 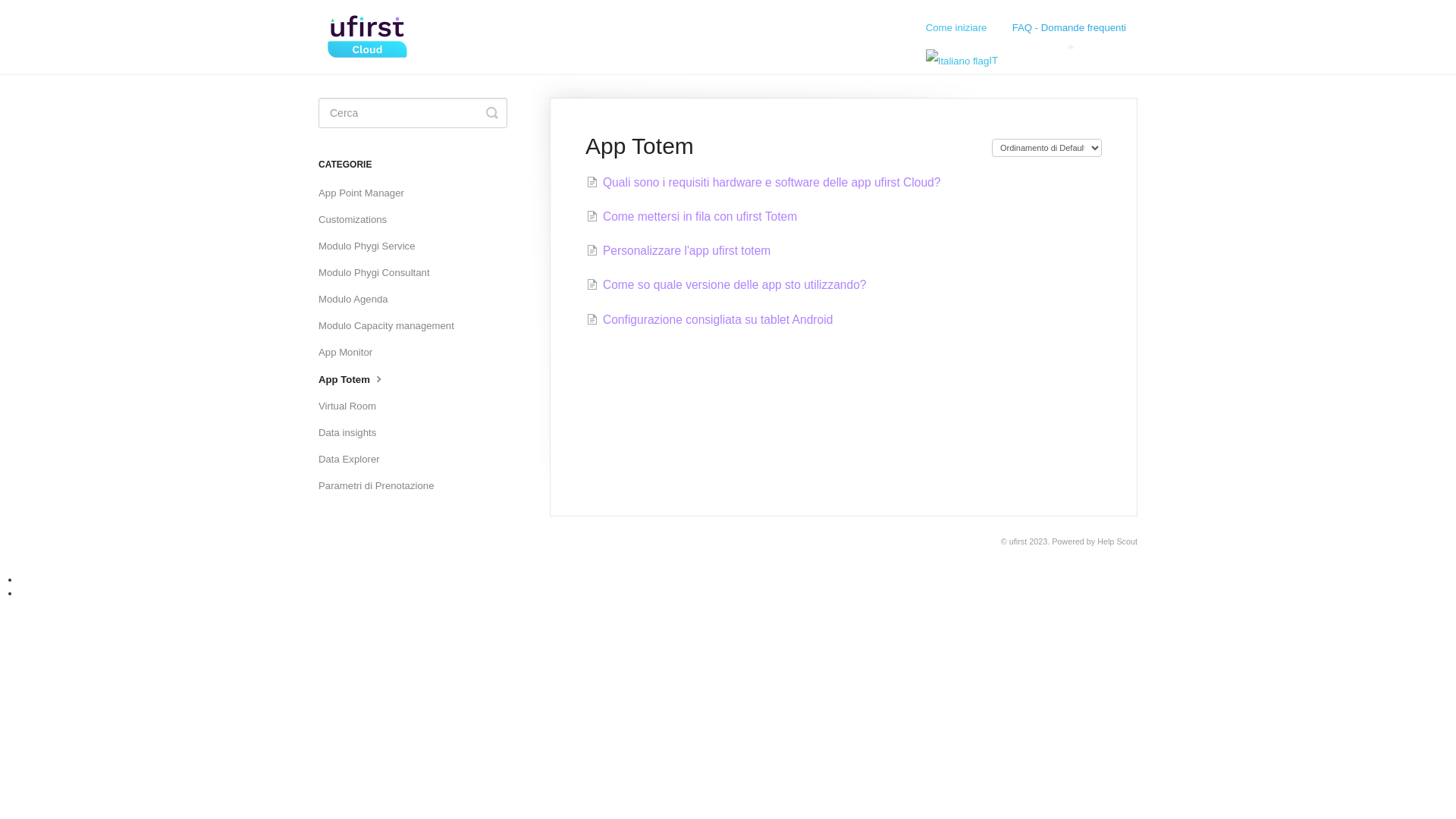 I want to click on 'Configurazione consigliata su tablet Android', so click(x=708, y=318).